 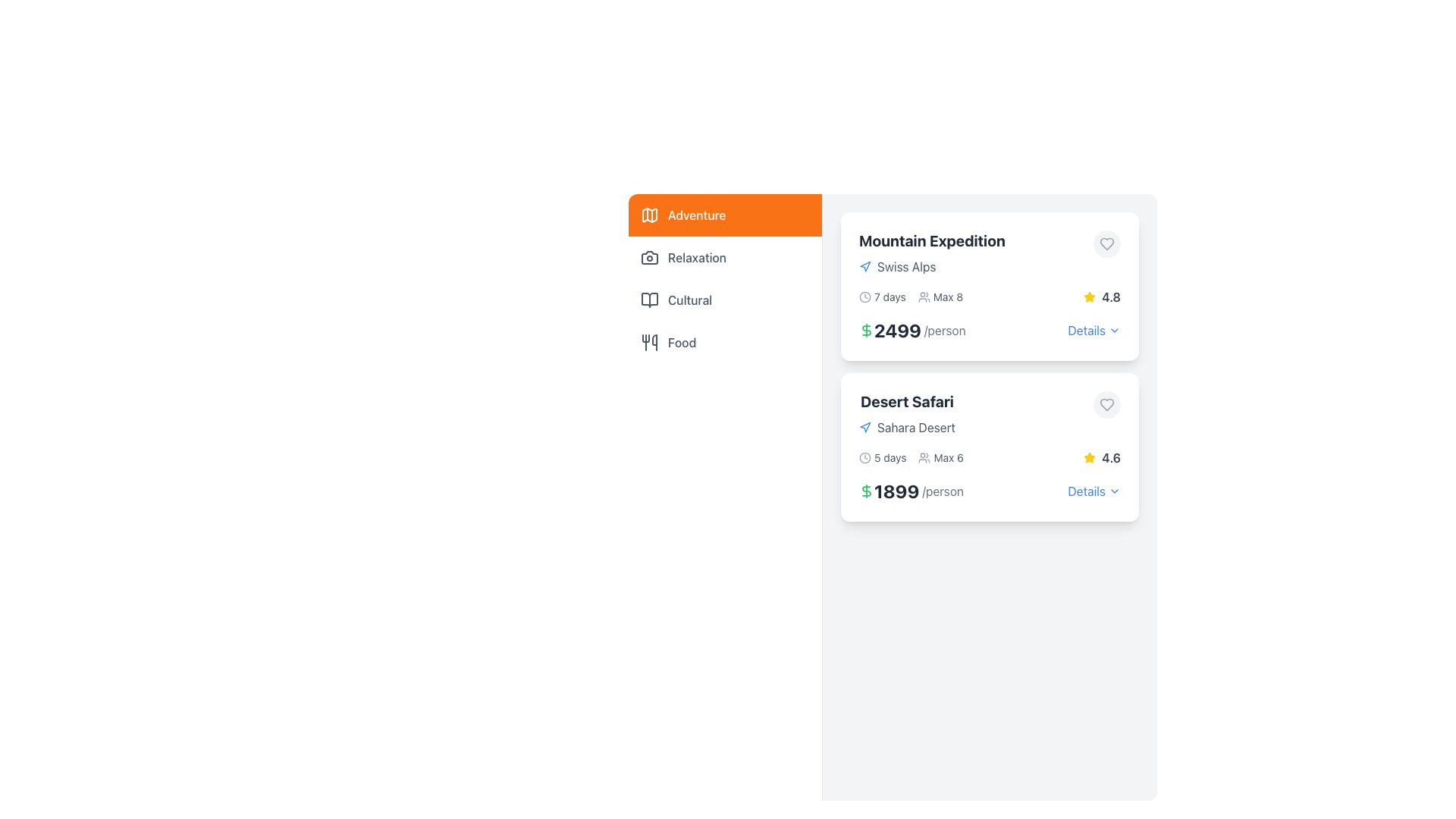 I want to click on the star icon representing the rating of the desert safari card, located at the bottom-right of the card, to interact with it, so click(x=1089, y=457).